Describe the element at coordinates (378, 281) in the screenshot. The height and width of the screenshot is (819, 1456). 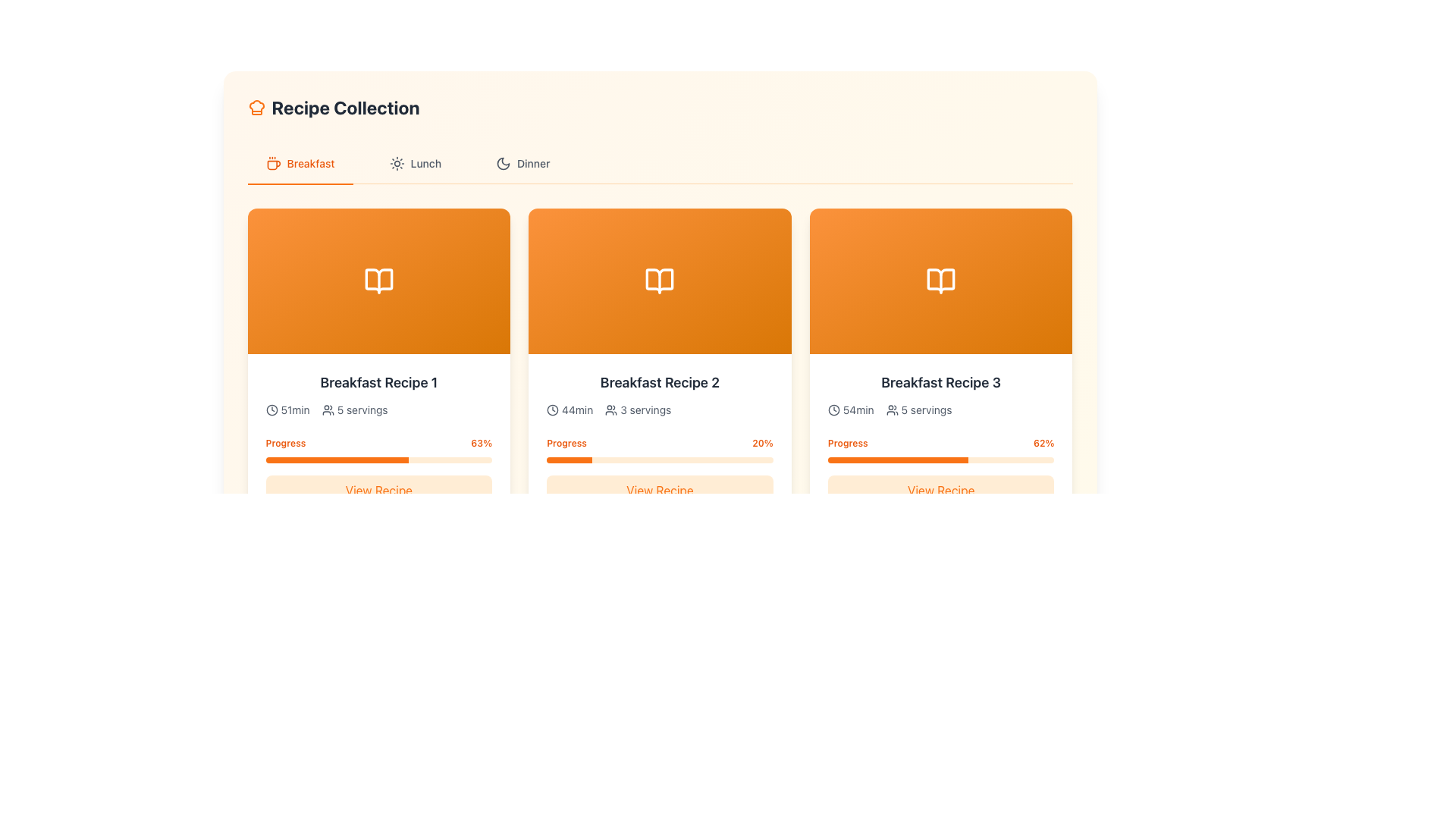
I see `the open book icon element` at that location.